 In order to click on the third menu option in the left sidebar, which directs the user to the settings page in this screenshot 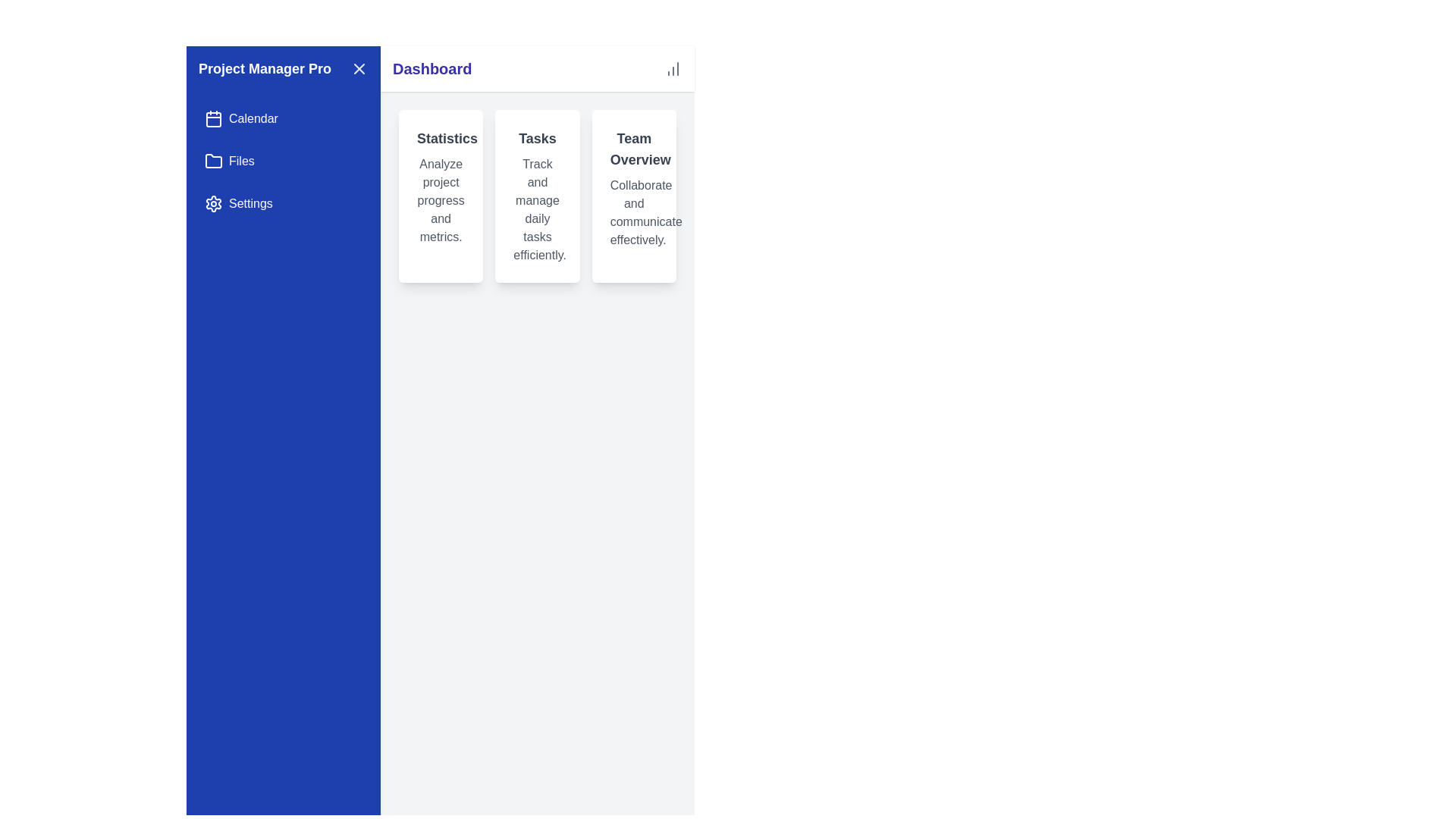, I will do `click(250, 203)`.